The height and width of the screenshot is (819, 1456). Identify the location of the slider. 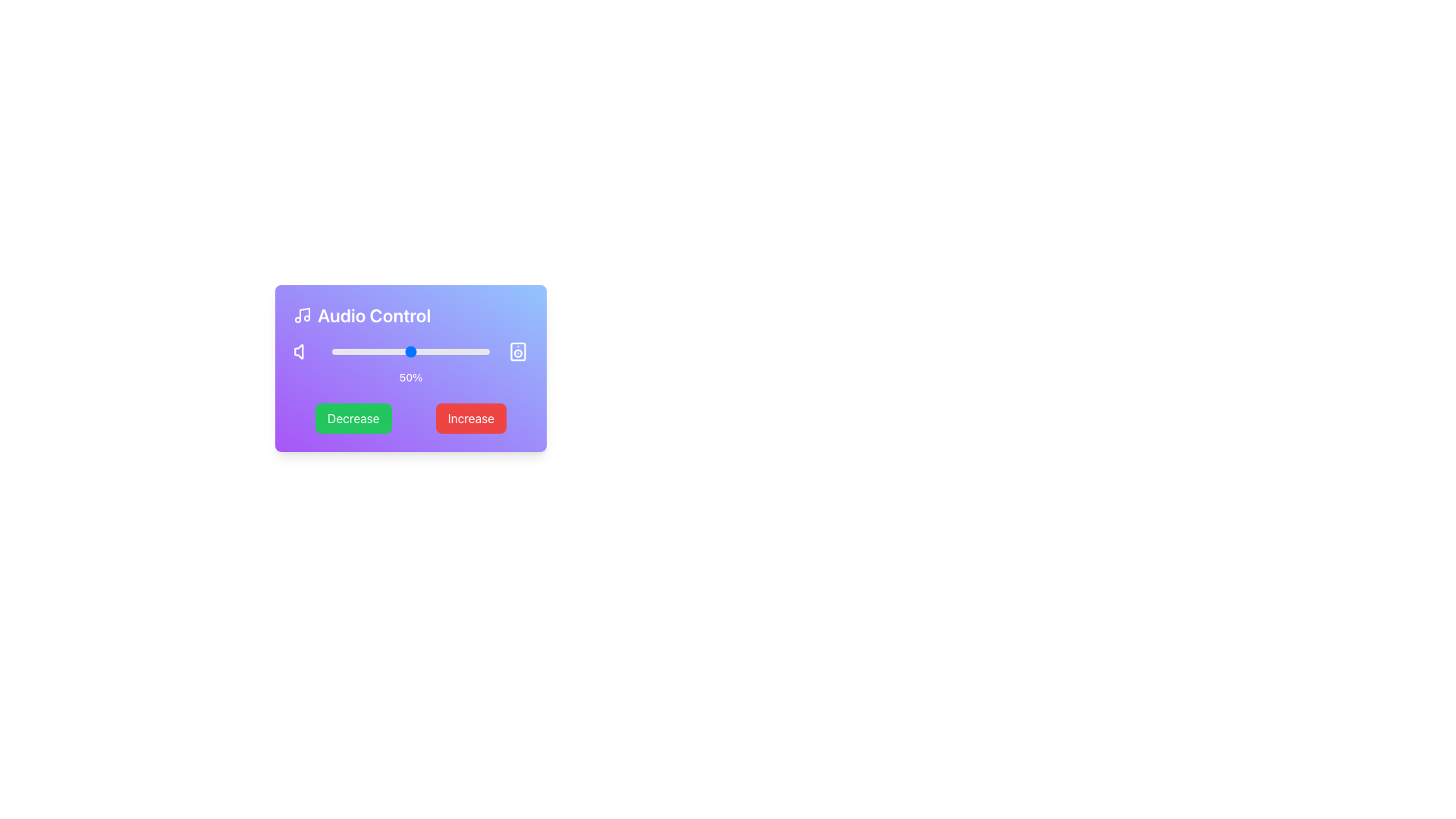
(339, 351).